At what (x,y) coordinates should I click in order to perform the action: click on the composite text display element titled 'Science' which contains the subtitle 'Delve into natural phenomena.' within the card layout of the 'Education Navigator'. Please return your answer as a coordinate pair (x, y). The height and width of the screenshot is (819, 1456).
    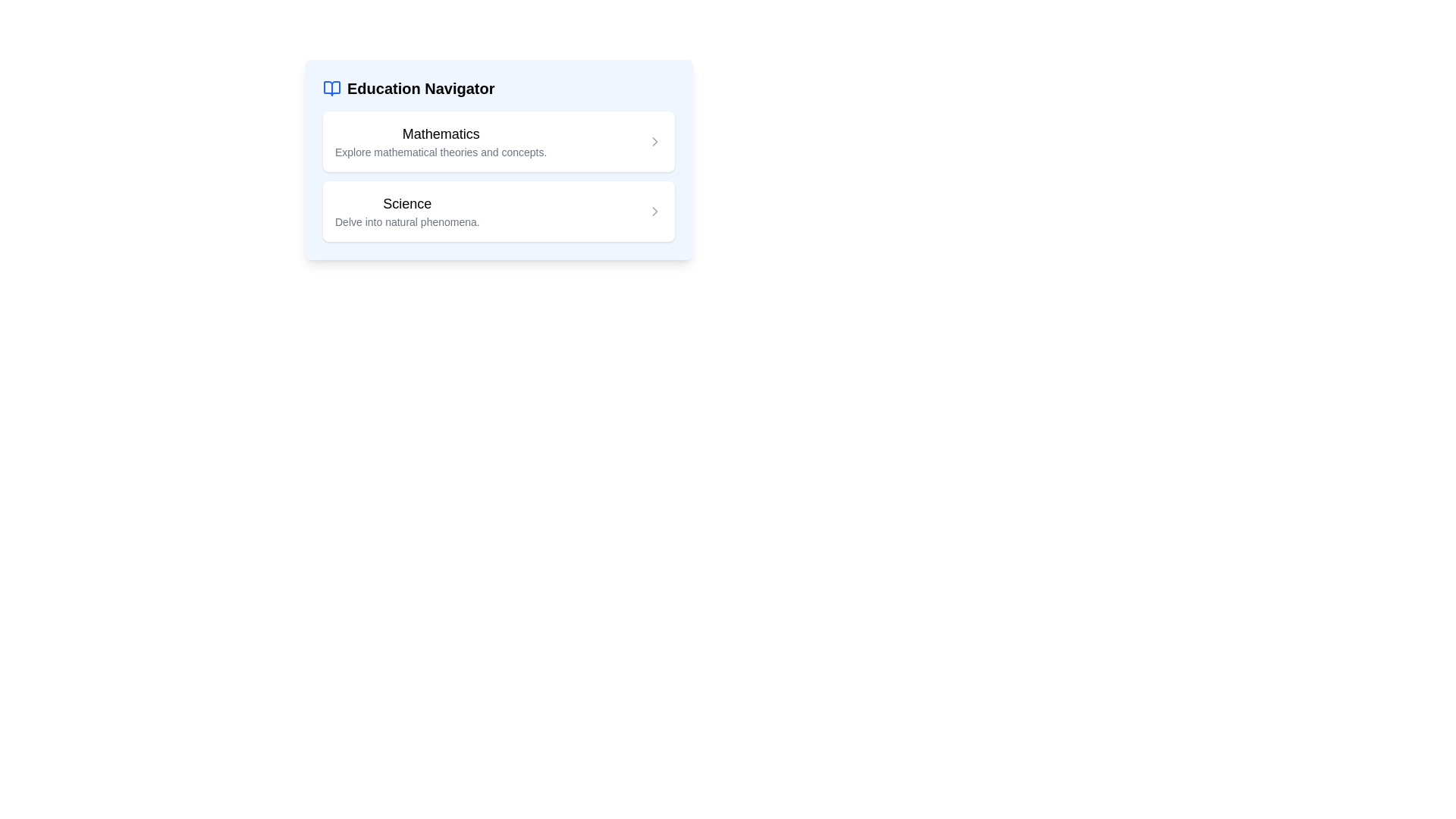
    Looking at the image, I should click on (407, 211).